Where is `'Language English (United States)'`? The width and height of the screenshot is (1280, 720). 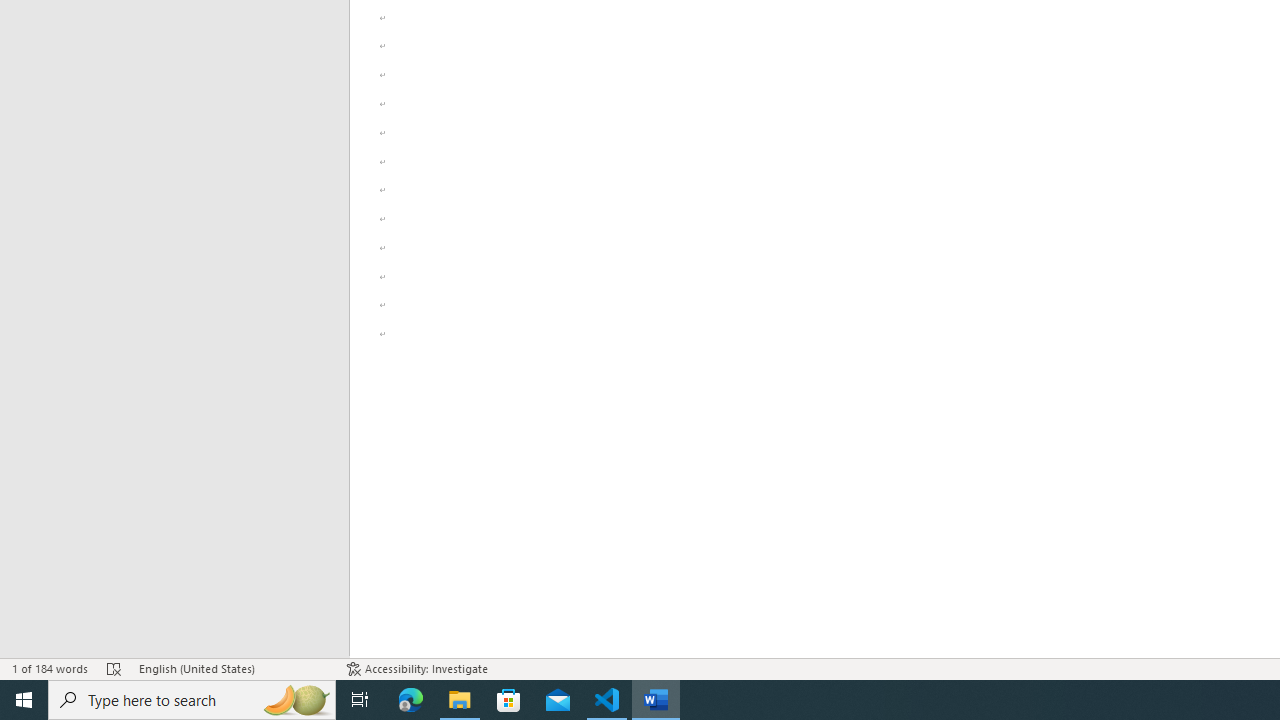 'Language English (United States)' is located at coordinates (232, 669).